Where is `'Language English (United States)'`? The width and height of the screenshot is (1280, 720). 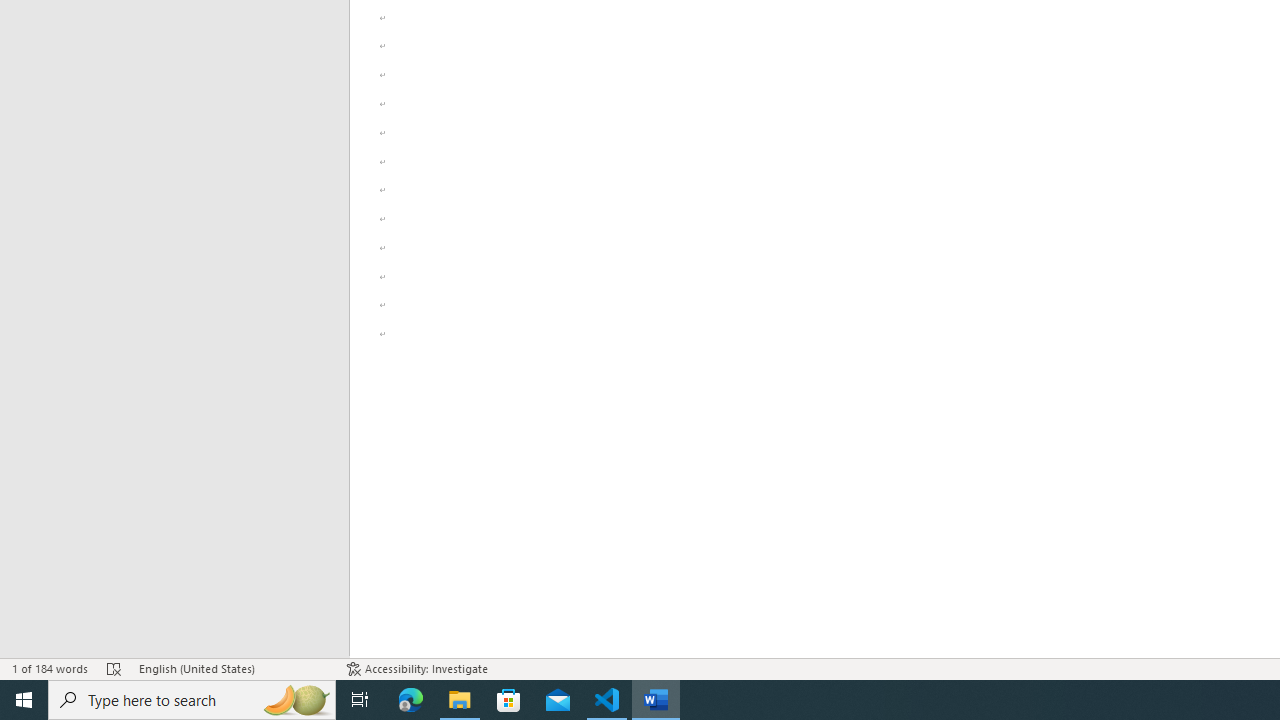 'Language English (United States)' is located at coordinates (232, 669).